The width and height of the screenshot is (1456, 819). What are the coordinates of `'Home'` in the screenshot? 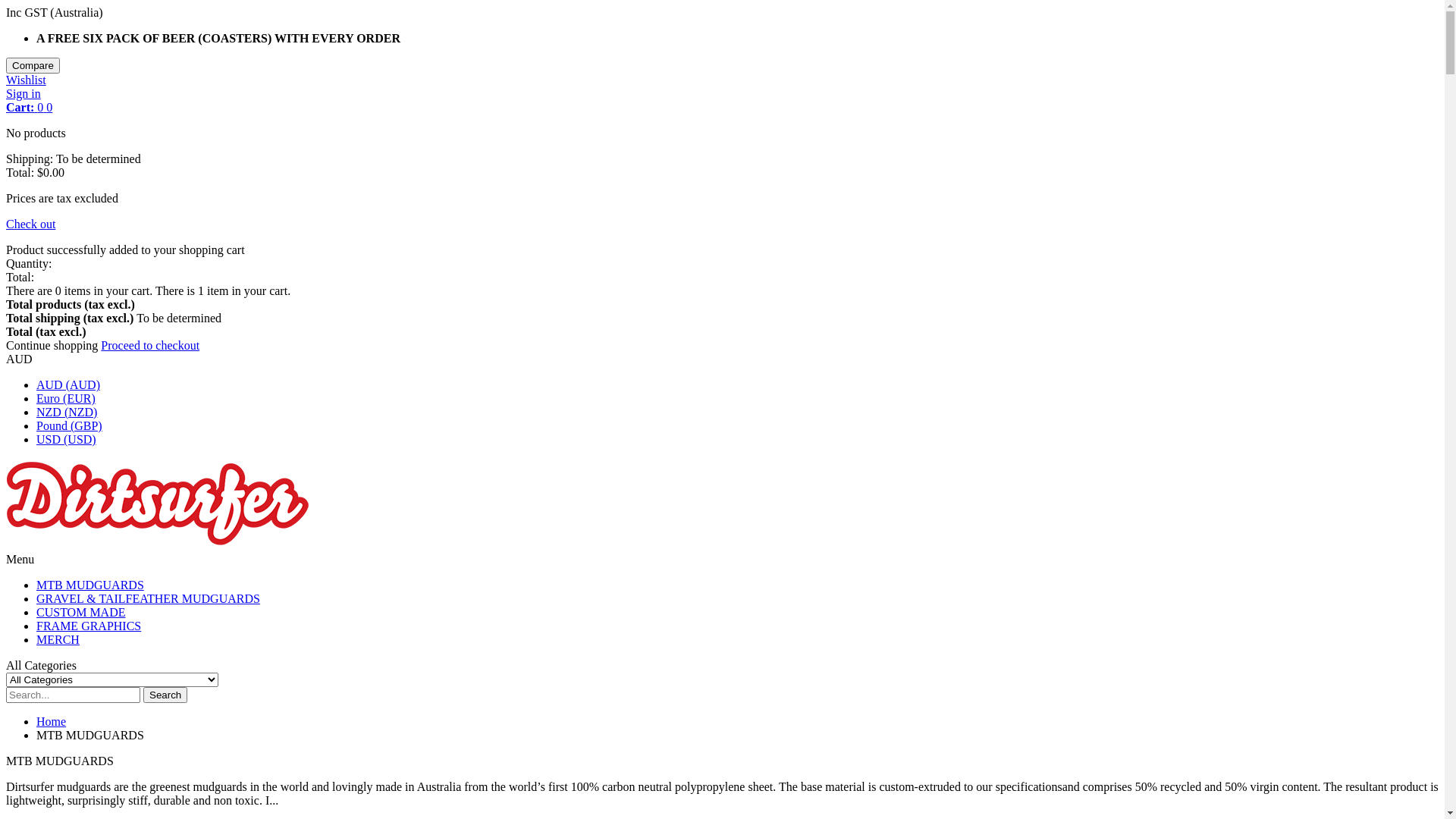 It's located at (51, 720).